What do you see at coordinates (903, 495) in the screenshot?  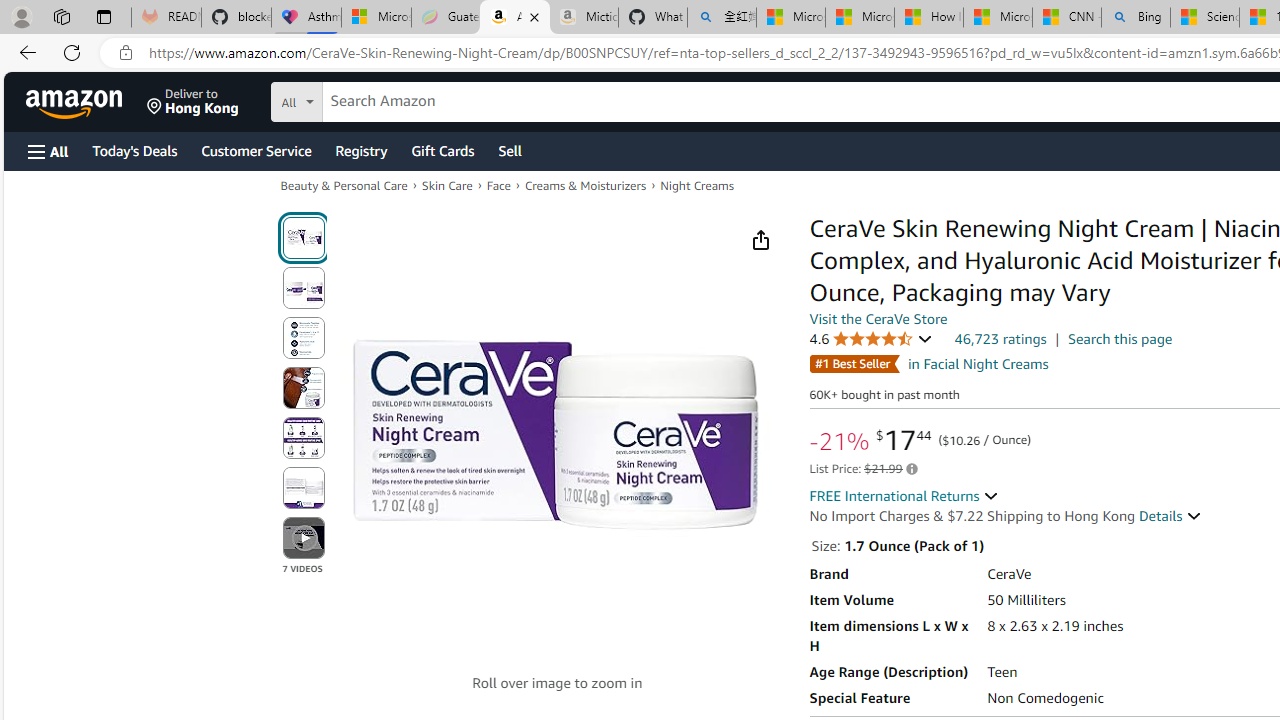 I see `'FREE International Returns '` at bounding box center [903, 495].